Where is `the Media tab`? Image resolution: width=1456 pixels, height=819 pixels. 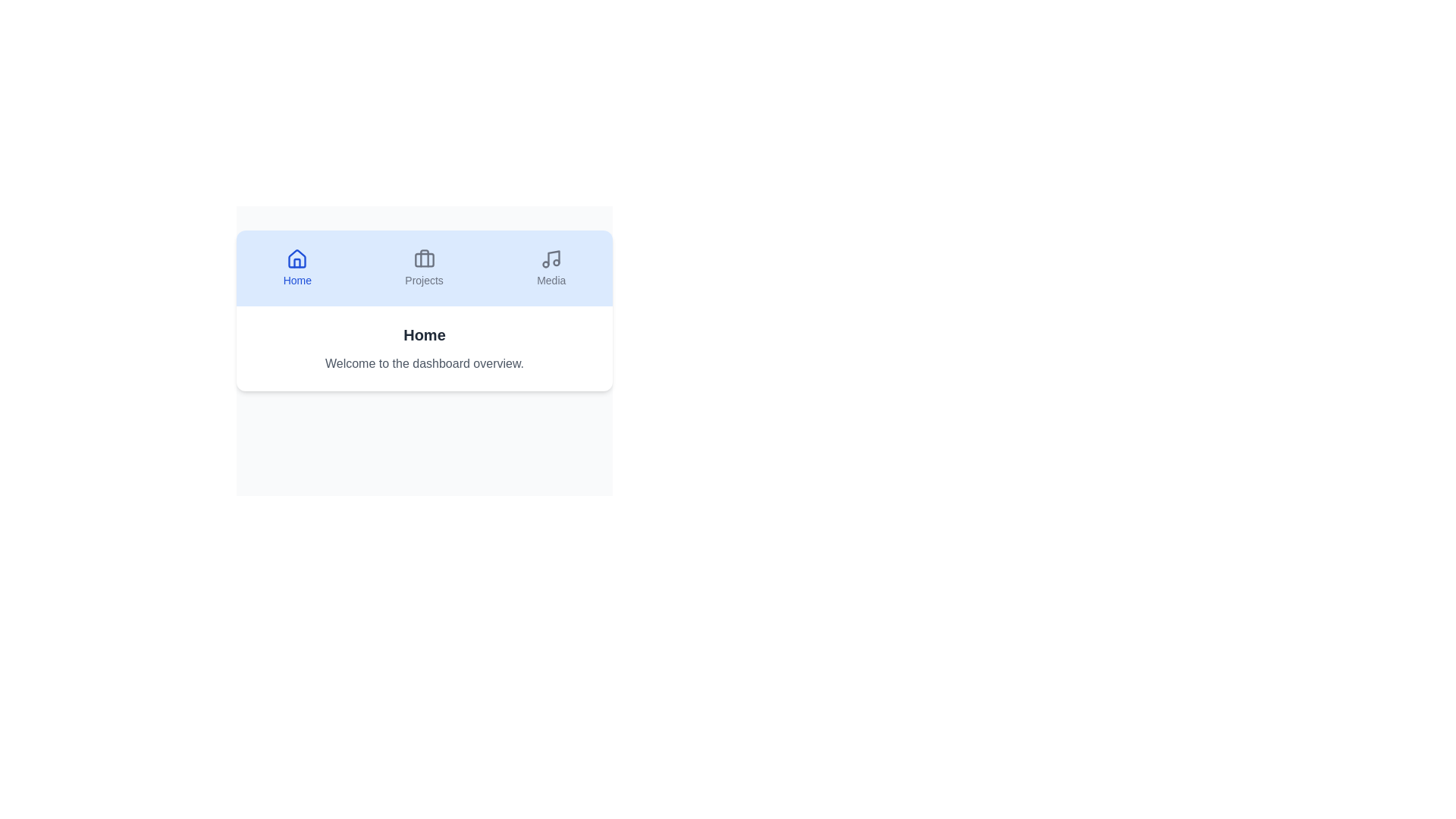
the Media tab is located at coordinates (550, 268).